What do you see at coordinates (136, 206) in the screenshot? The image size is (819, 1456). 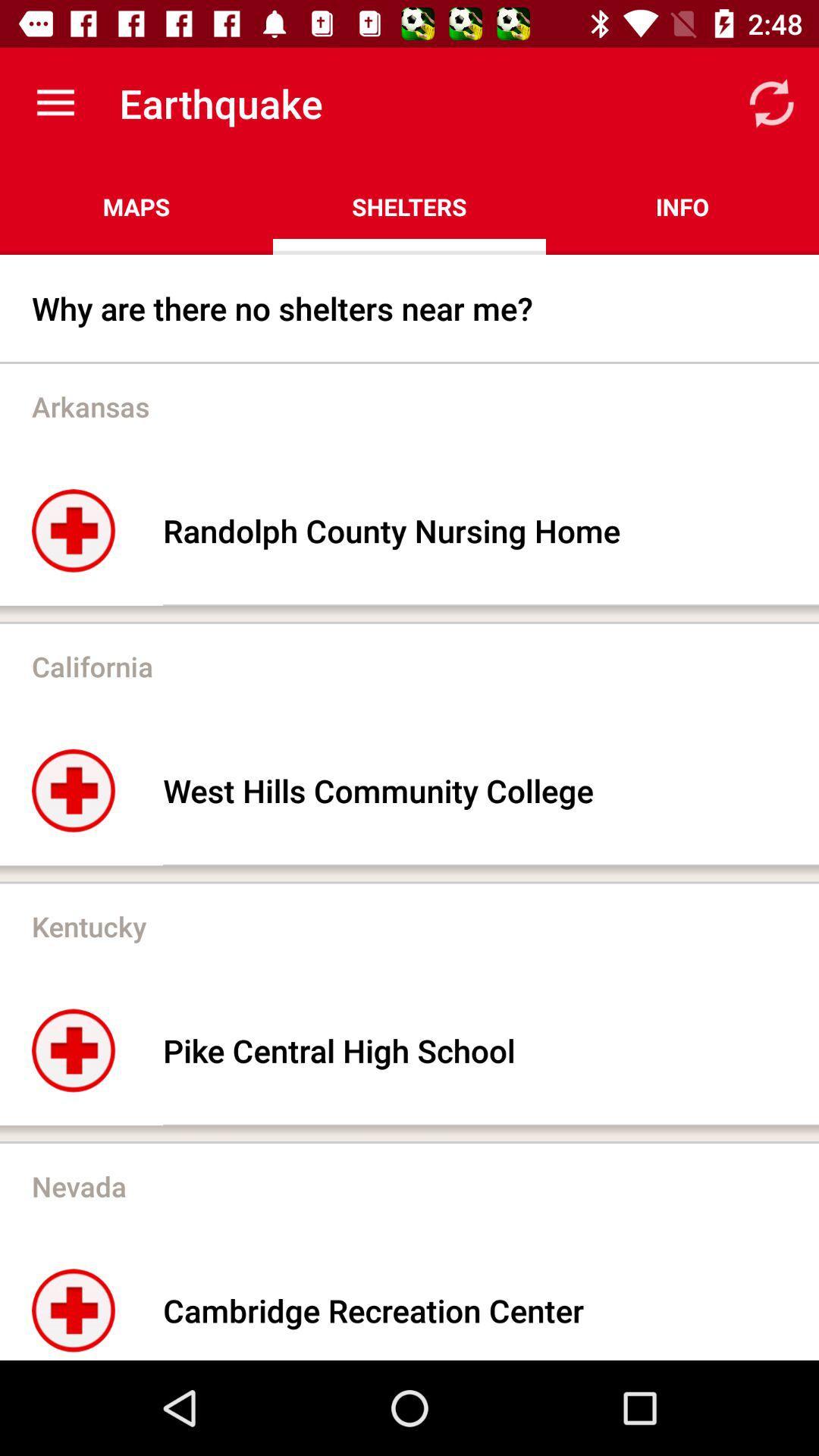 I see `the maps icon` at bounding box center [136, 206].